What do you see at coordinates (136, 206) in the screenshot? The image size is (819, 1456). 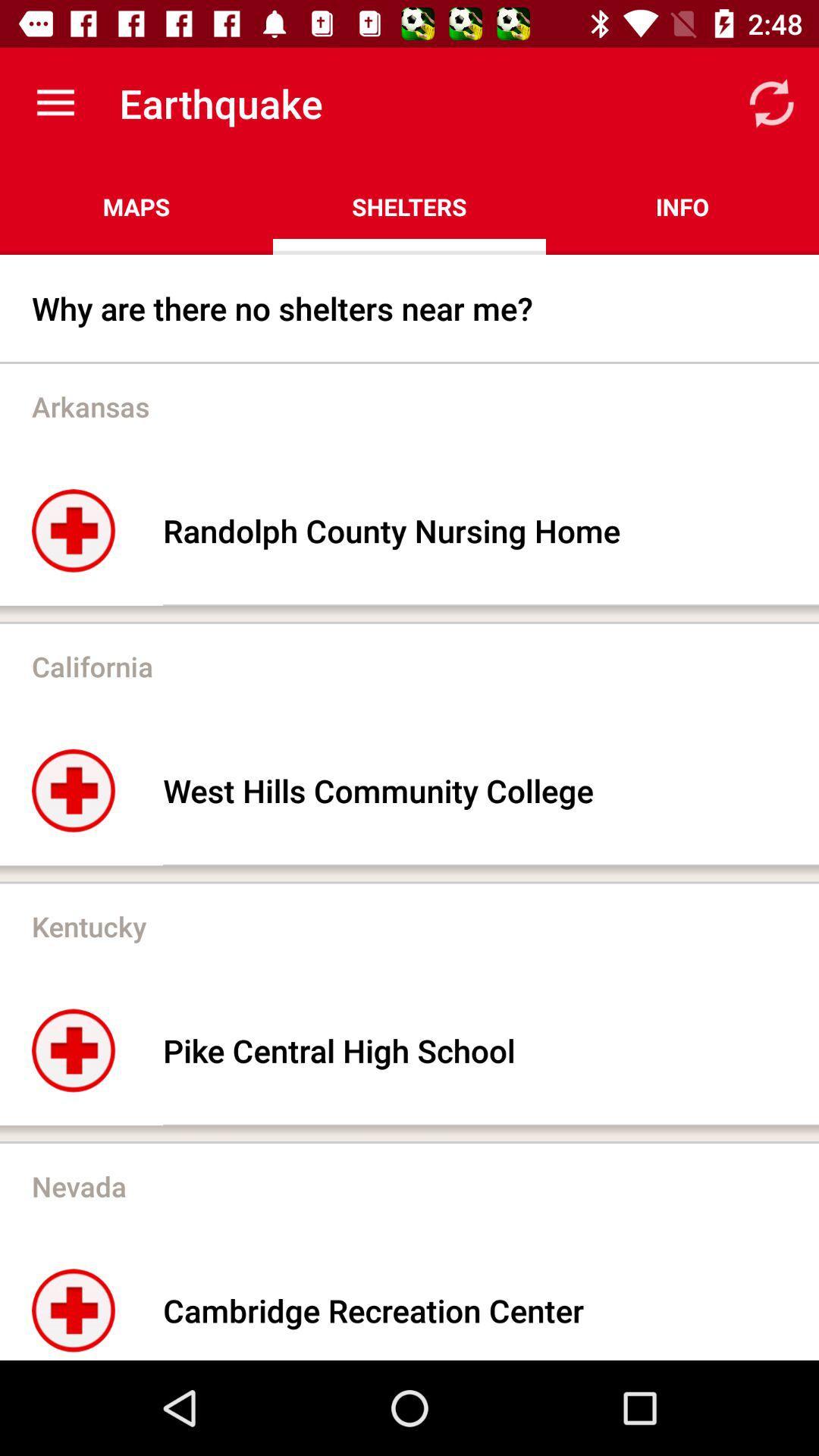 I see `the maps icon` at bounding box center [136, 206].